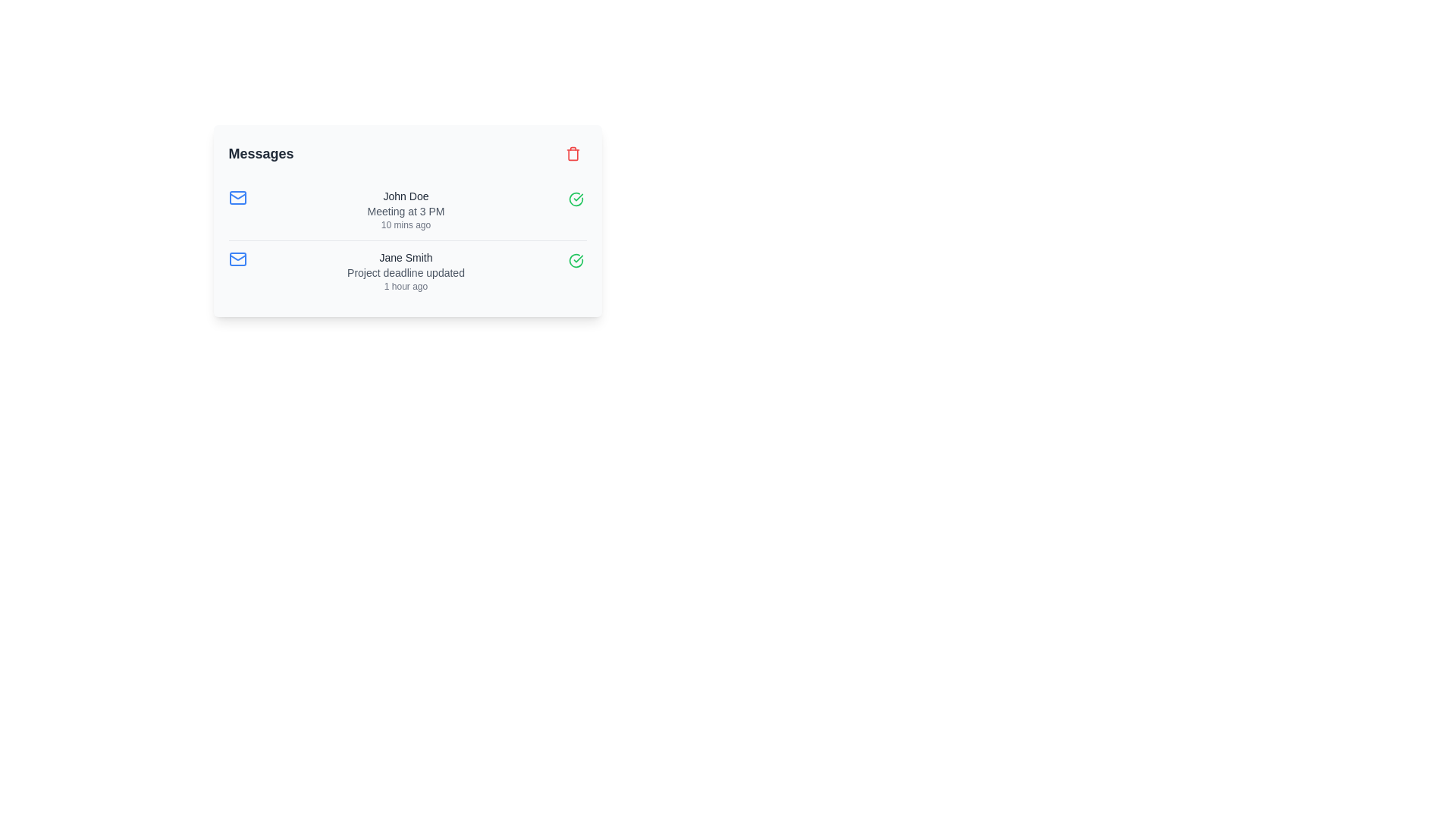  I want to click on the small text label displaying '1 hour ago', which is styled in gray and located beneath 'Project deadline updated', so click(406, 287).